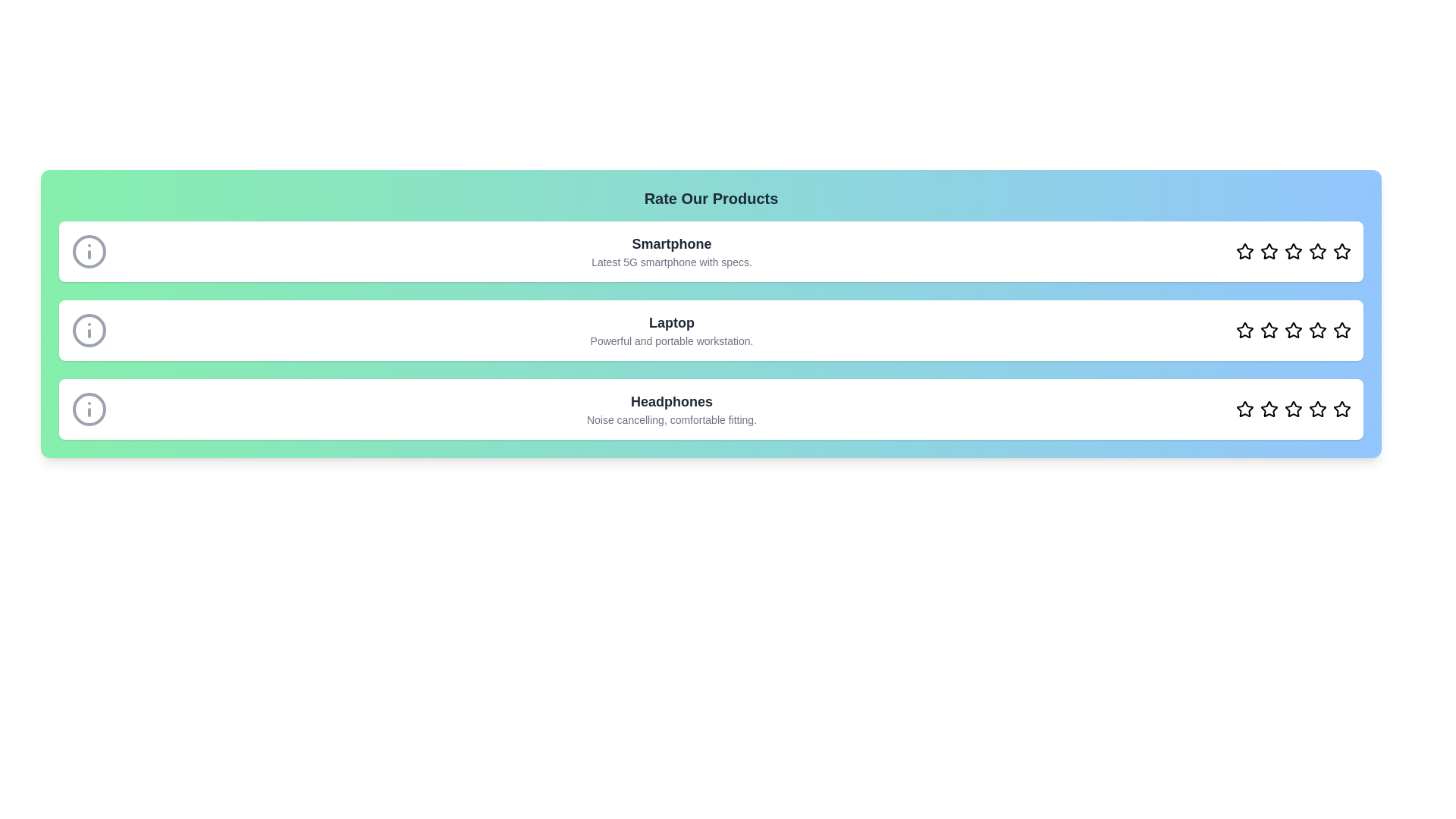 The height and width of the screenshot is (819, 1456). I want to click on the star icon at the far right of the rating bar for the product 'Smartphone' to rate the product, so click(1341, 250).